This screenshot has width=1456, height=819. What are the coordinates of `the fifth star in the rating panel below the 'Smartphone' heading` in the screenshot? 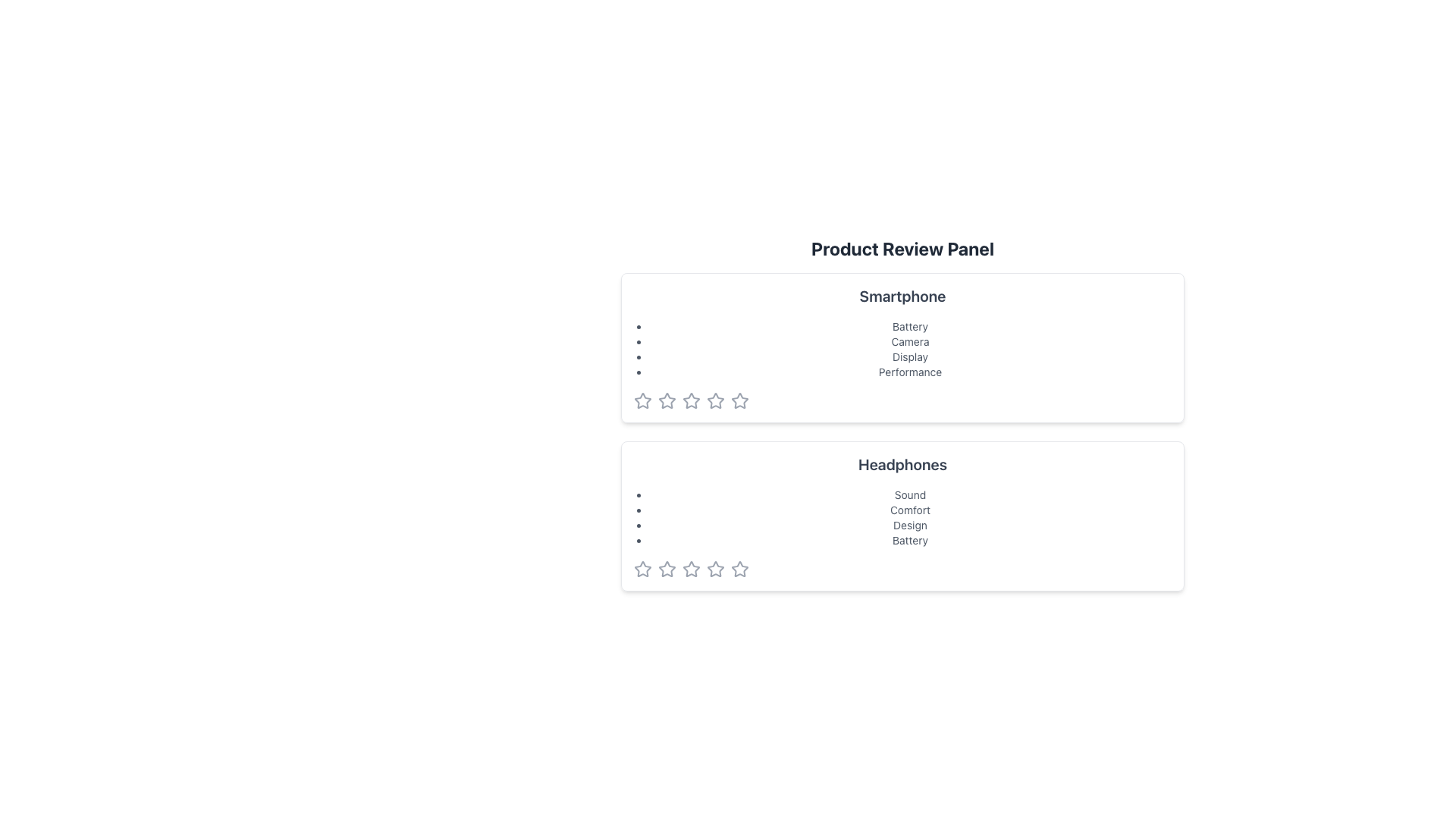 It's located at (739, 400).